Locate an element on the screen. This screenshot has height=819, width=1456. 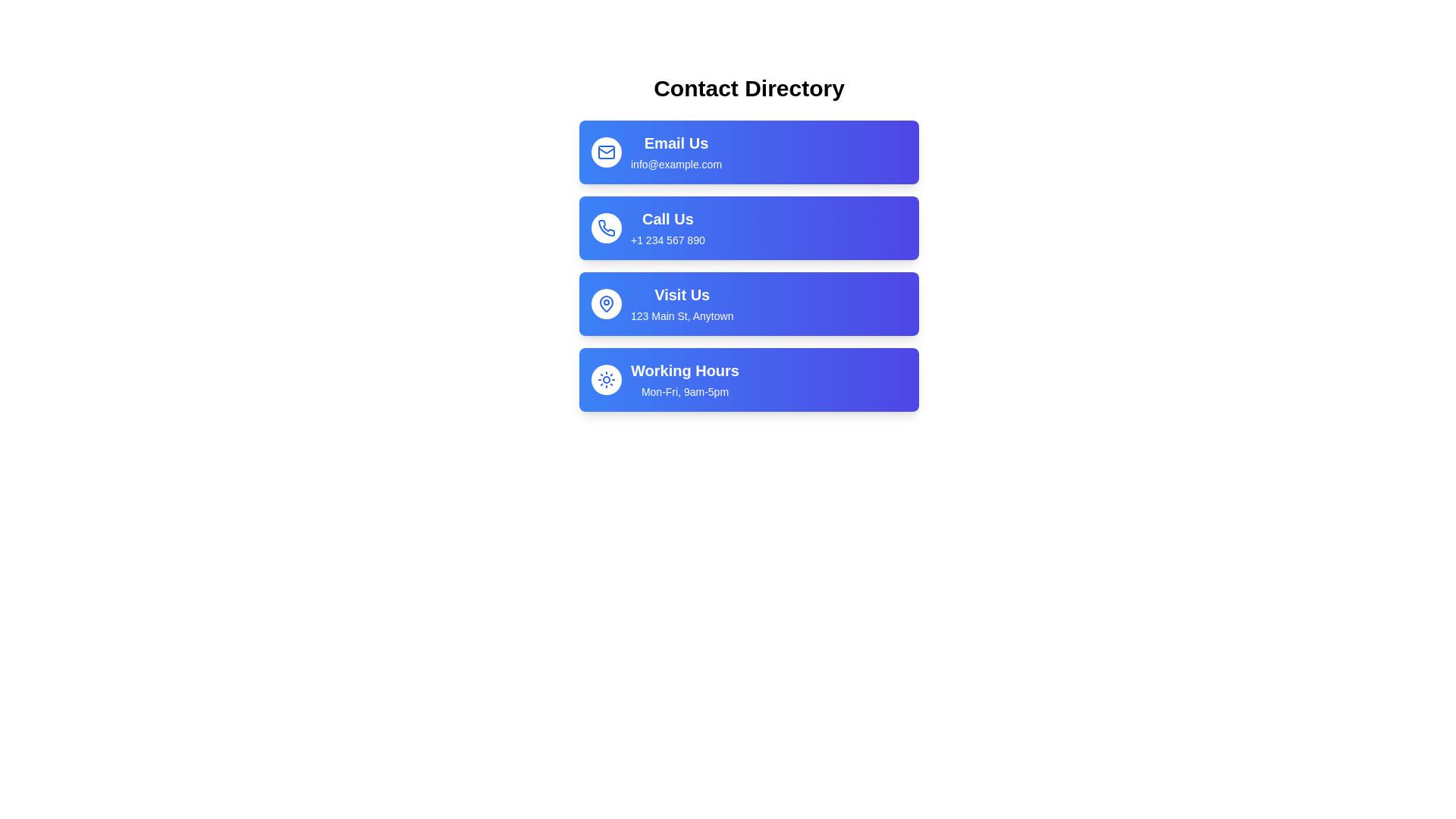
address information from the informational text element that displays 'Visit Us' and '123 Main St, Anytown.' is located at coordinates (681, 304).